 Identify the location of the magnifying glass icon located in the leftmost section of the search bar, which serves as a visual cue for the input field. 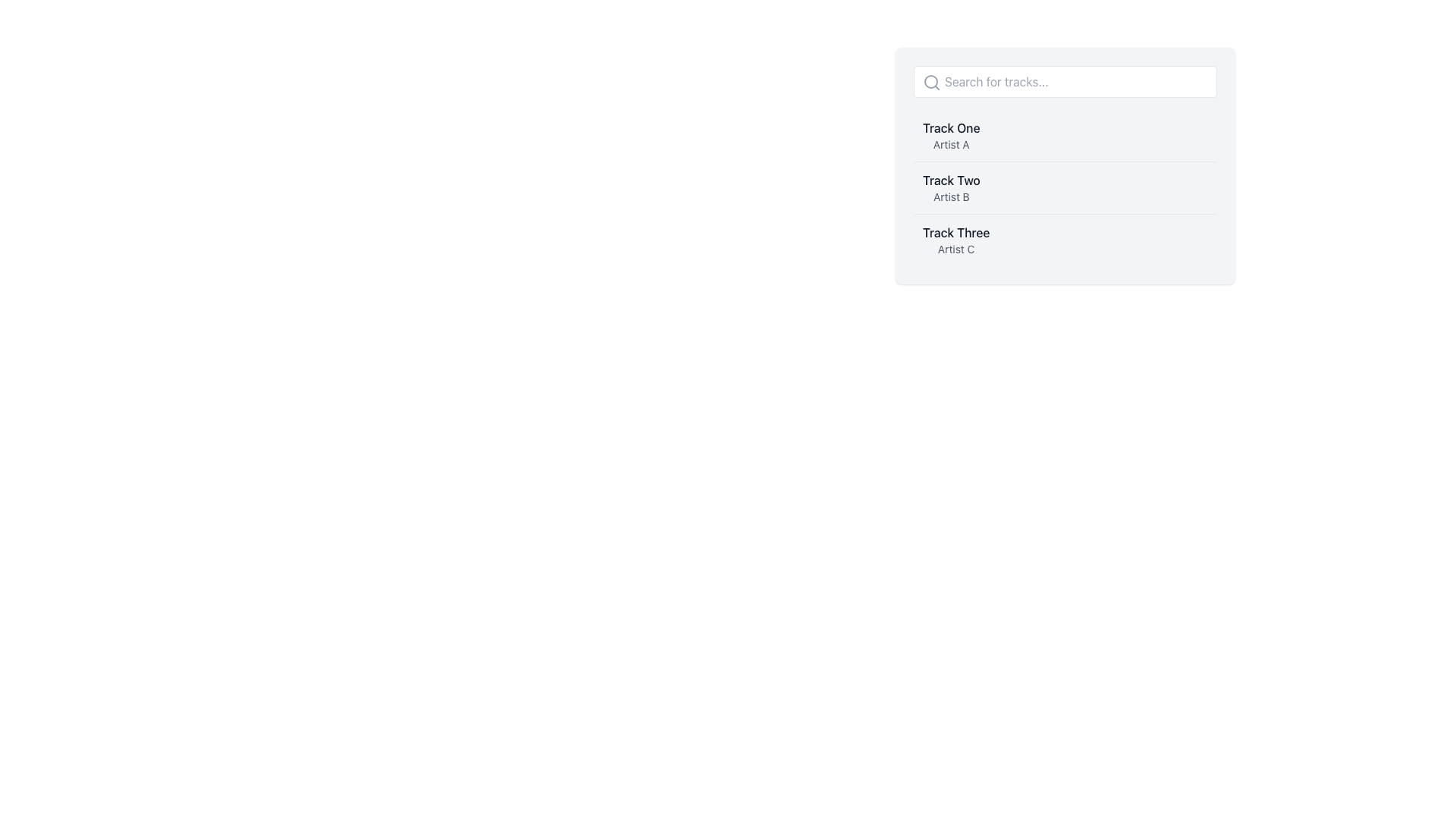
(930, 82).